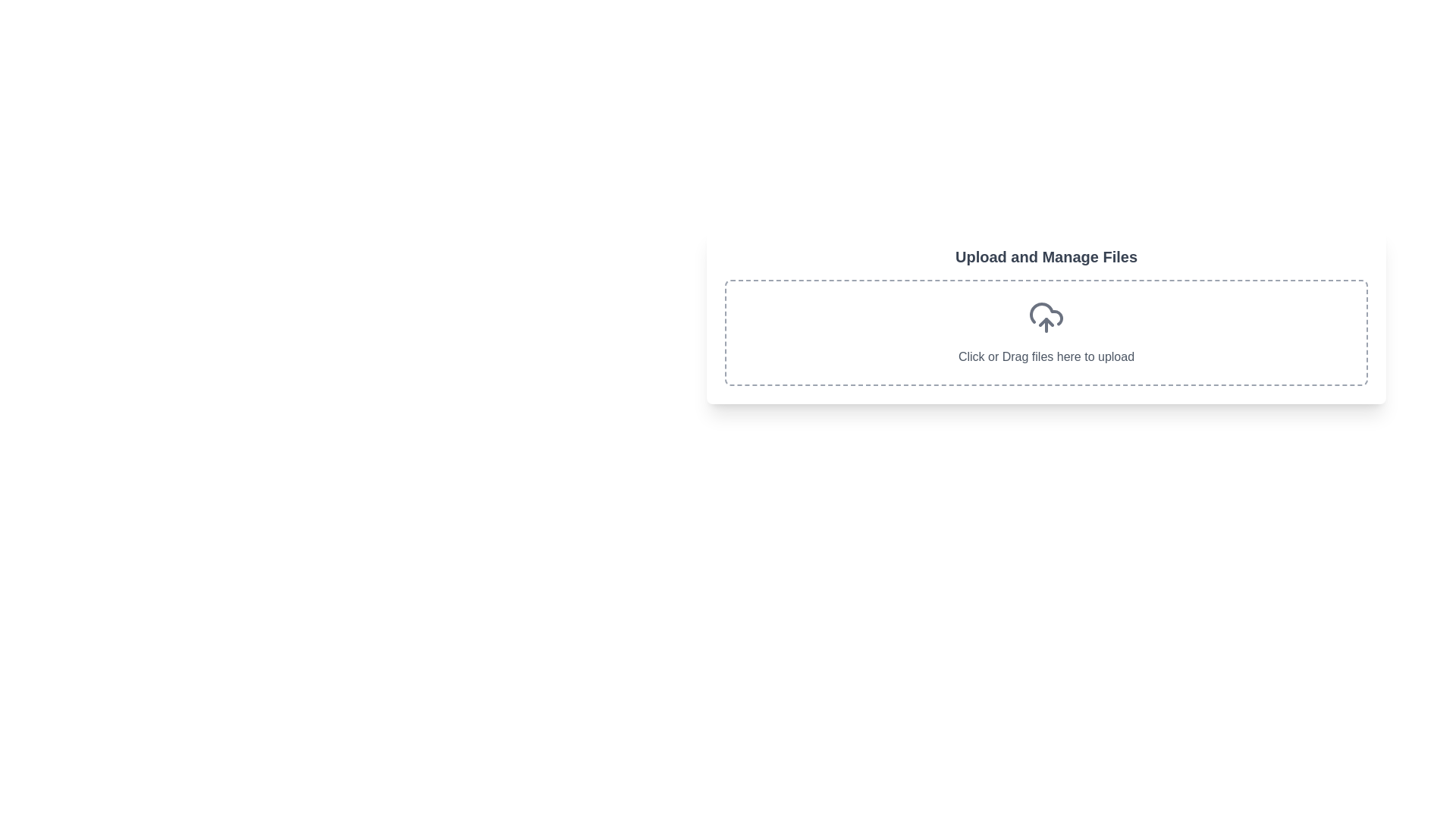 The image size is (1456, 819). What do you see at coordinates (1046, 313) in the screenshot?
I see `and drop files into the upload icon area, which is centered under the header 'Upload and Manage Files' and above the text 'Click or Drag files here` at bounding box center [1046, 313].